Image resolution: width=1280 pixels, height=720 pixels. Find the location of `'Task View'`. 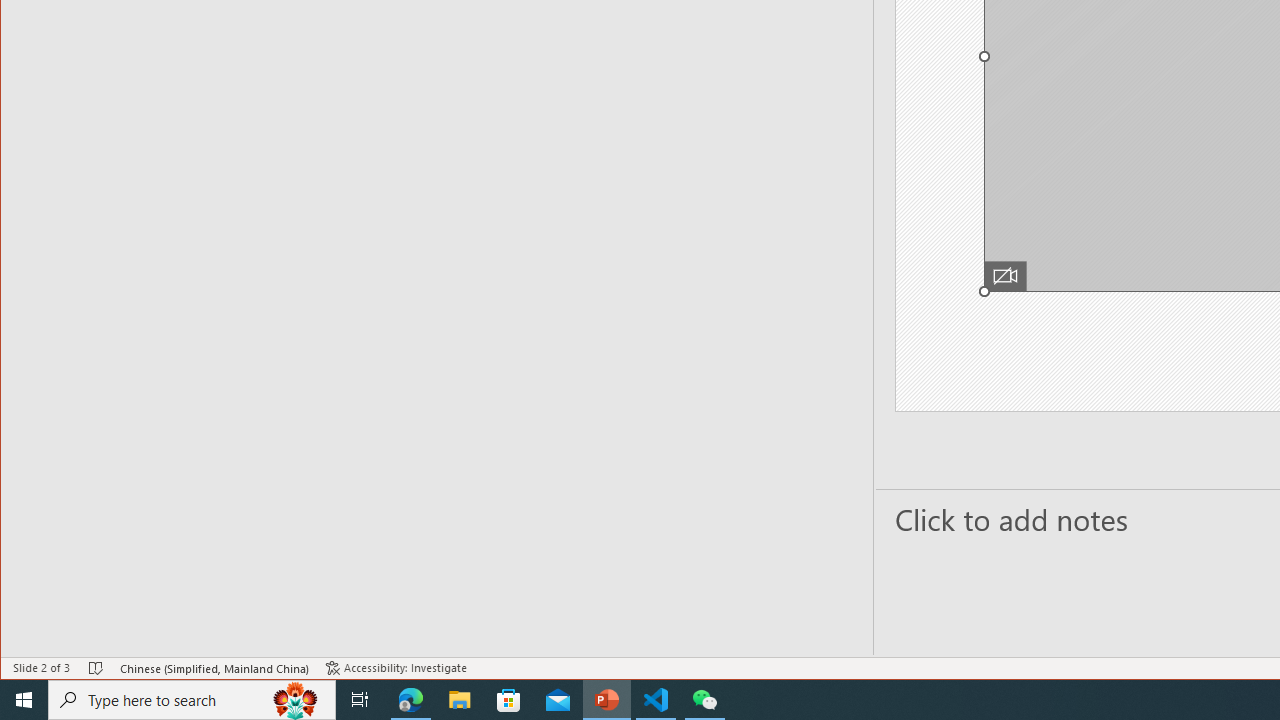

'Task View' is located at coordinates (359, 698).